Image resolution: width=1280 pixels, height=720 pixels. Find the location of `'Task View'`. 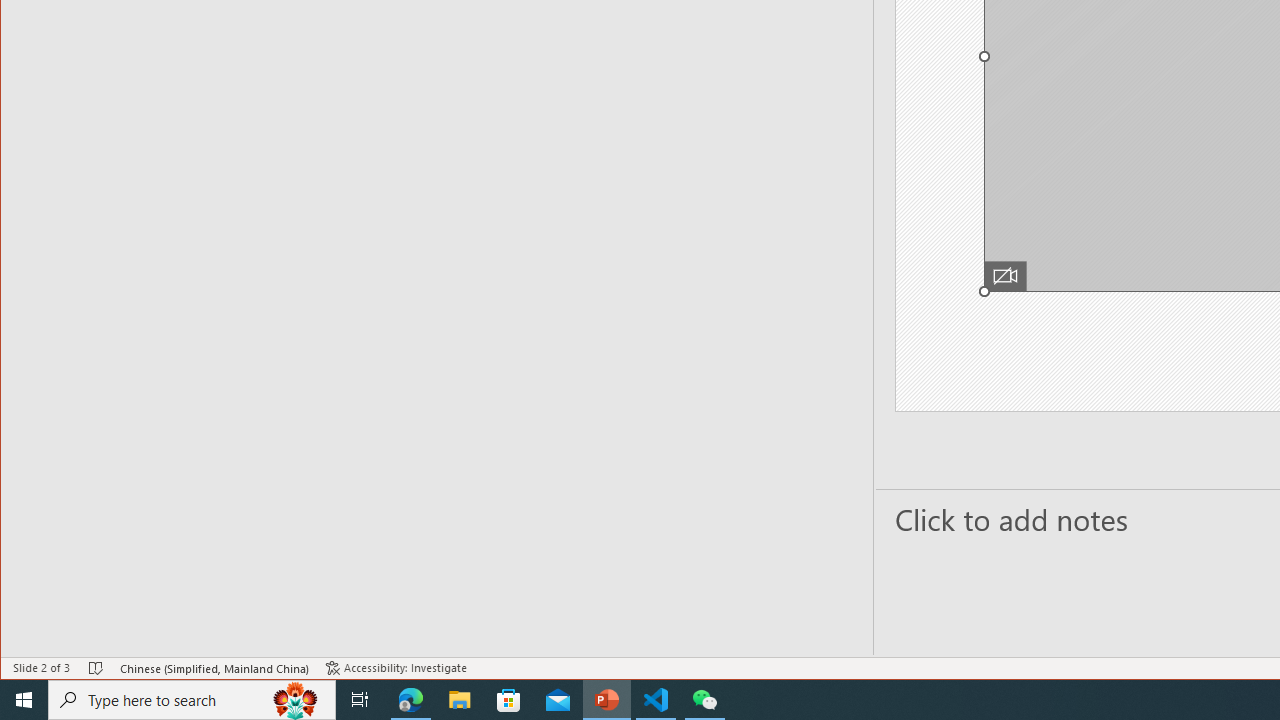

'Task View' is located at coordinates (359, 698).